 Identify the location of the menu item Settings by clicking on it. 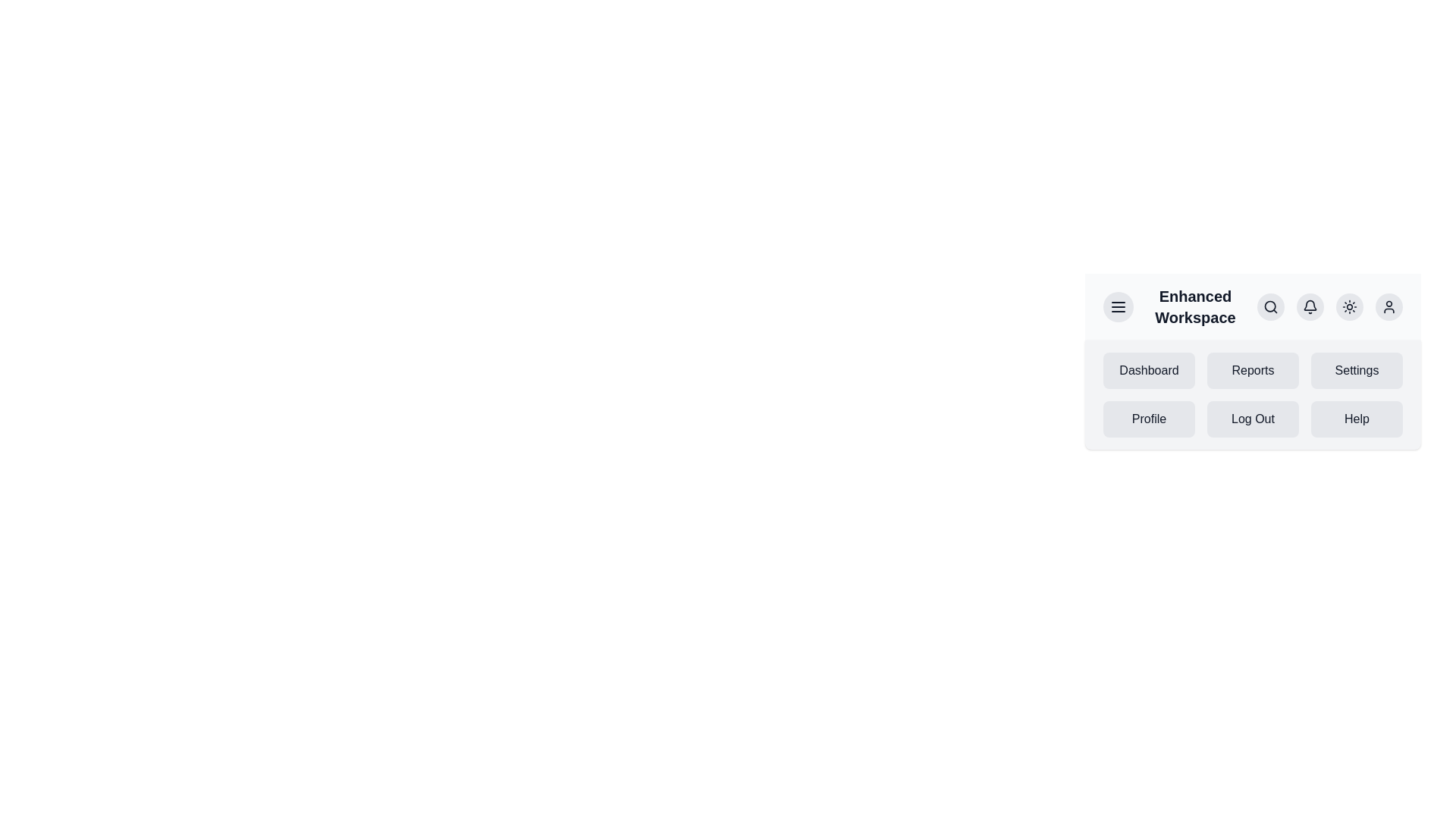
(1357, 371).